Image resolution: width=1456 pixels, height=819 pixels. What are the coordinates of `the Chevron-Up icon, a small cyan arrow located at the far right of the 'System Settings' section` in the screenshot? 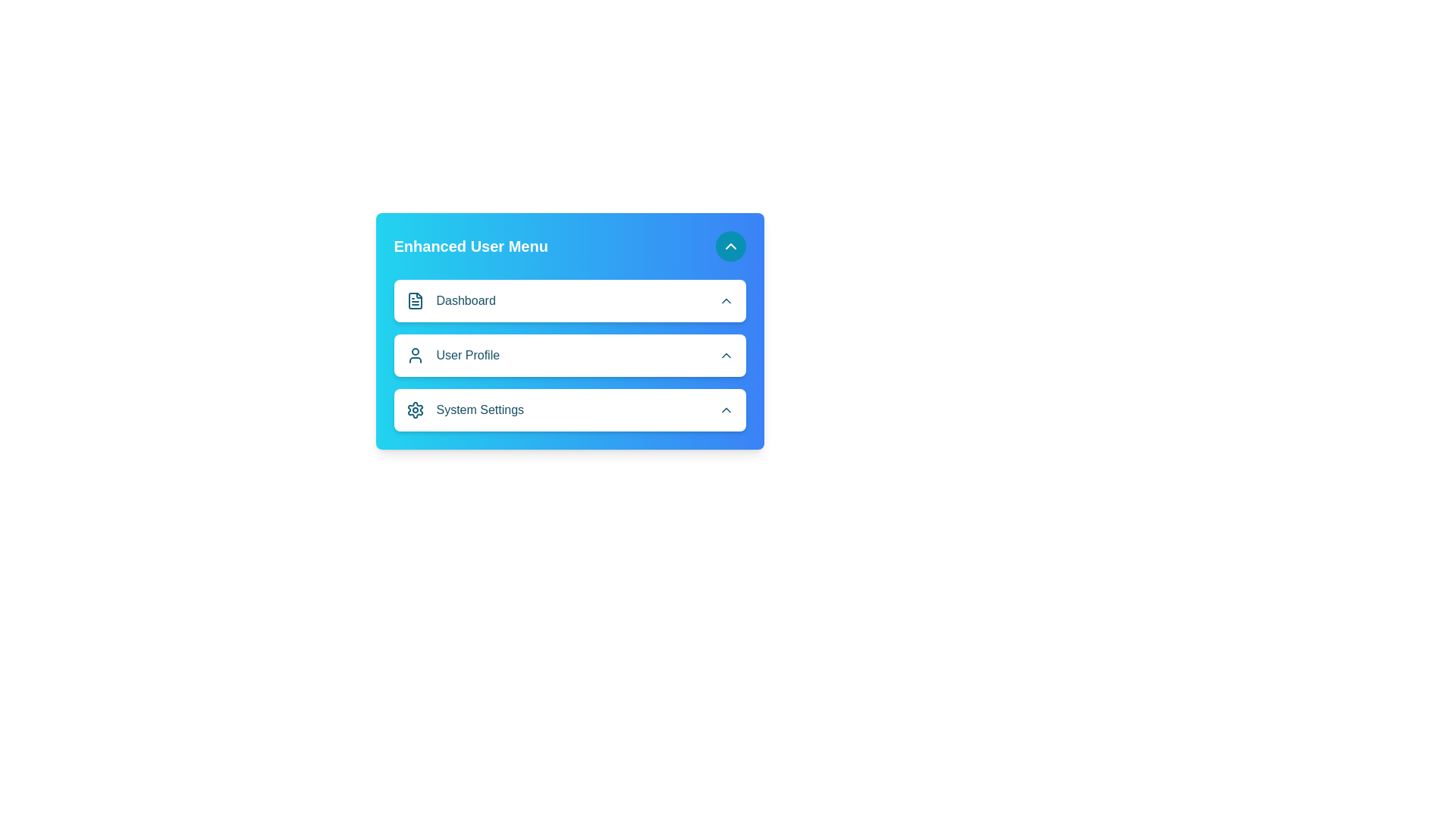 It's located at (725, 409).